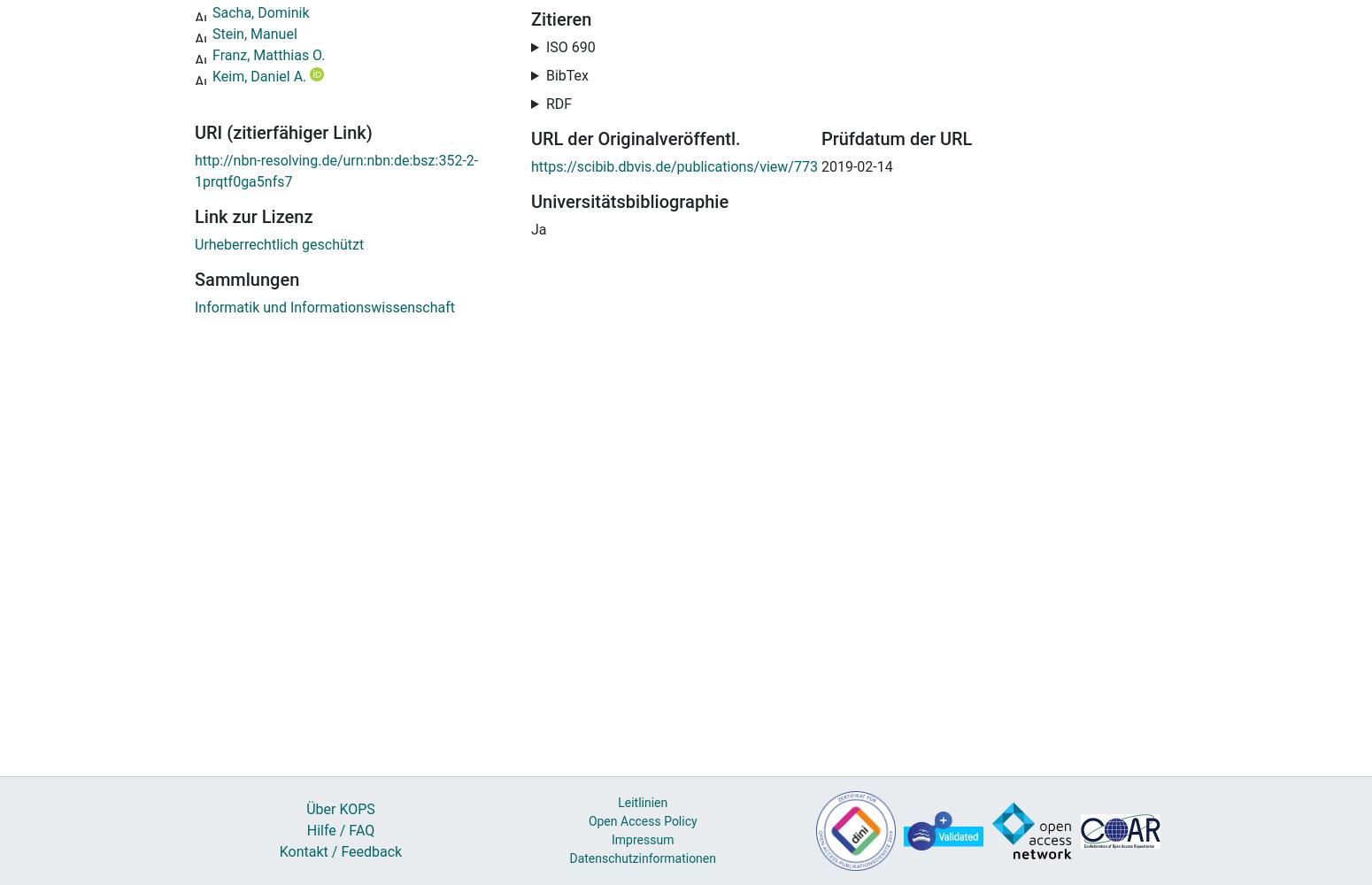 The image size is (1372, 885). What do you see at coordinates (643, 858) in the screenshot?
I see `'Datenschutzinformationen'` at bounding box center [643, 858].